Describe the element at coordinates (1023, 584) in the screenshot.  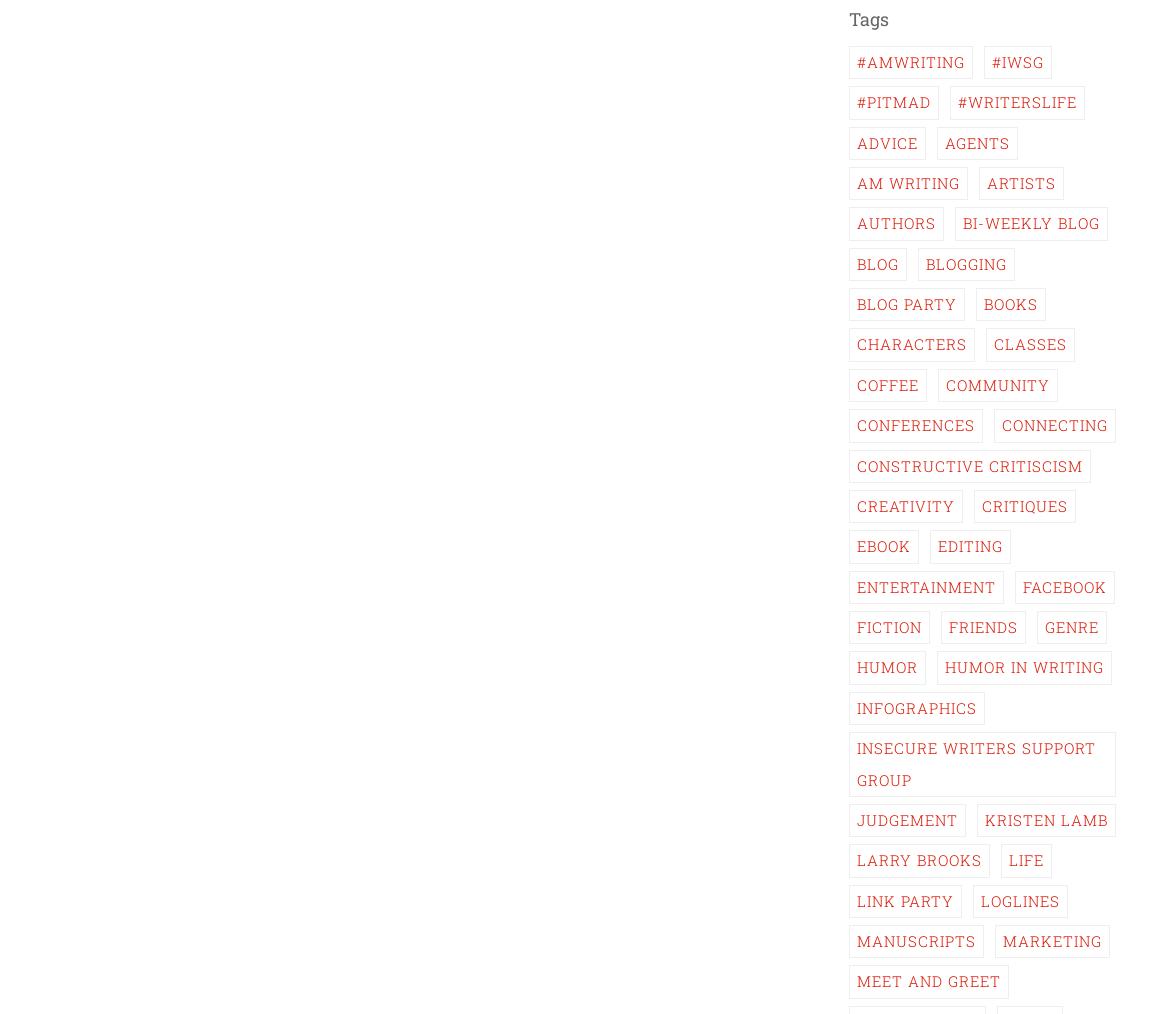
I see `'Facebook'` at that location.